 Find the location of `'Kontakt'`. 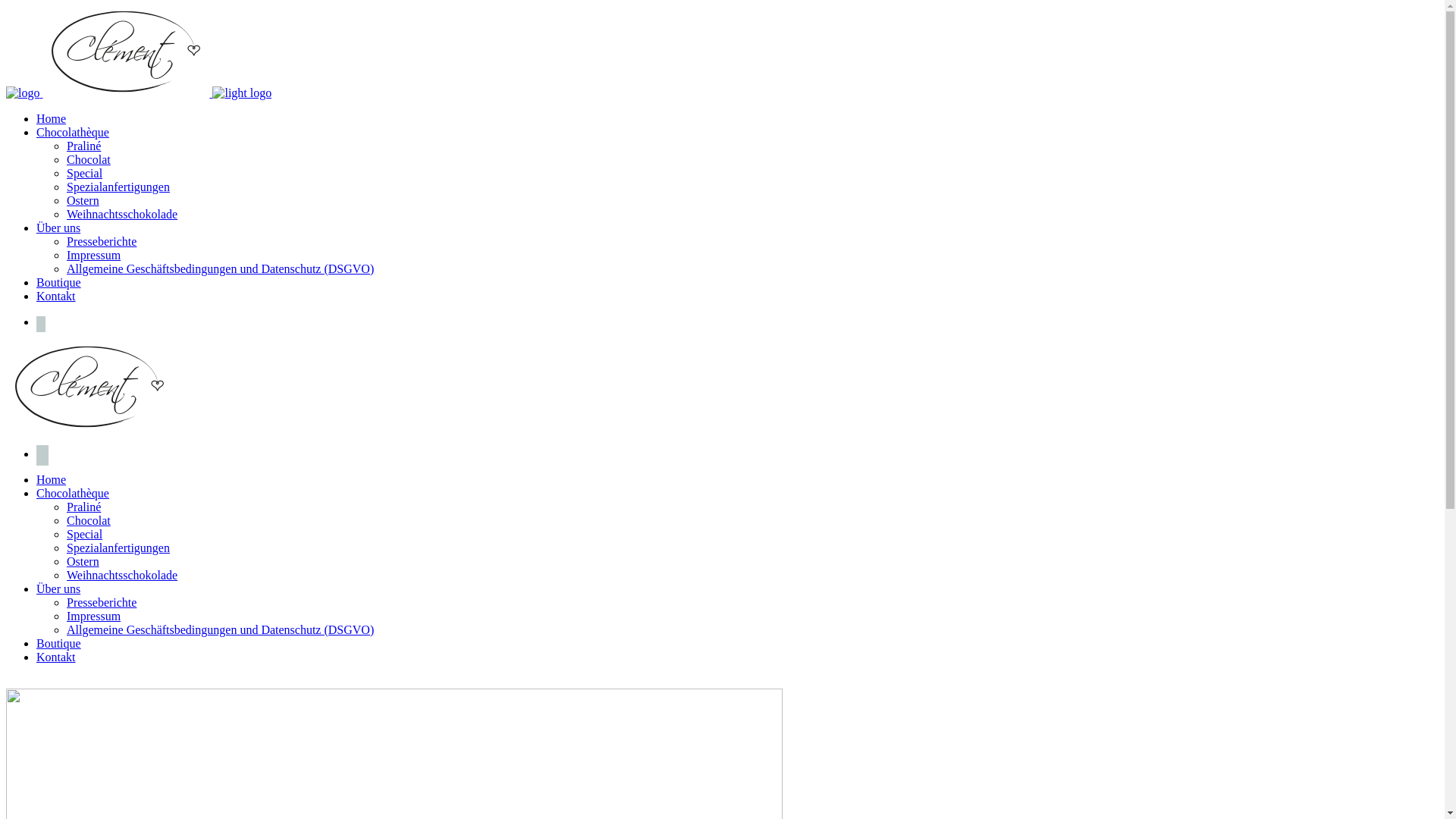

'Kontakt' is located at coordinates (36, 656).